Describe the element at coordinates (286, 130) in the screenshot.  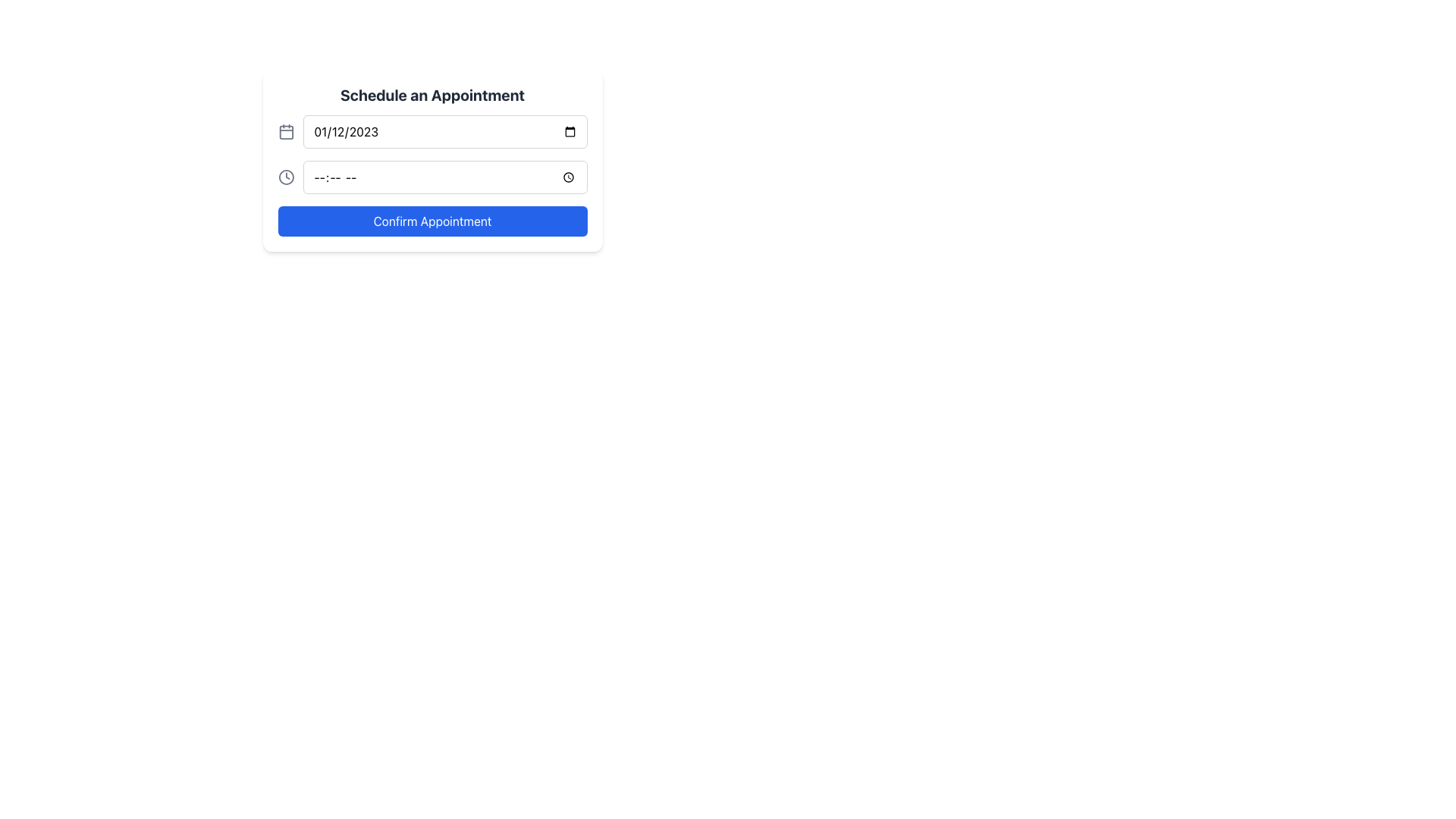
I see `the calendar icon, which is the first icon in a row at the top of the form, located to the left of the date input field` at that location.